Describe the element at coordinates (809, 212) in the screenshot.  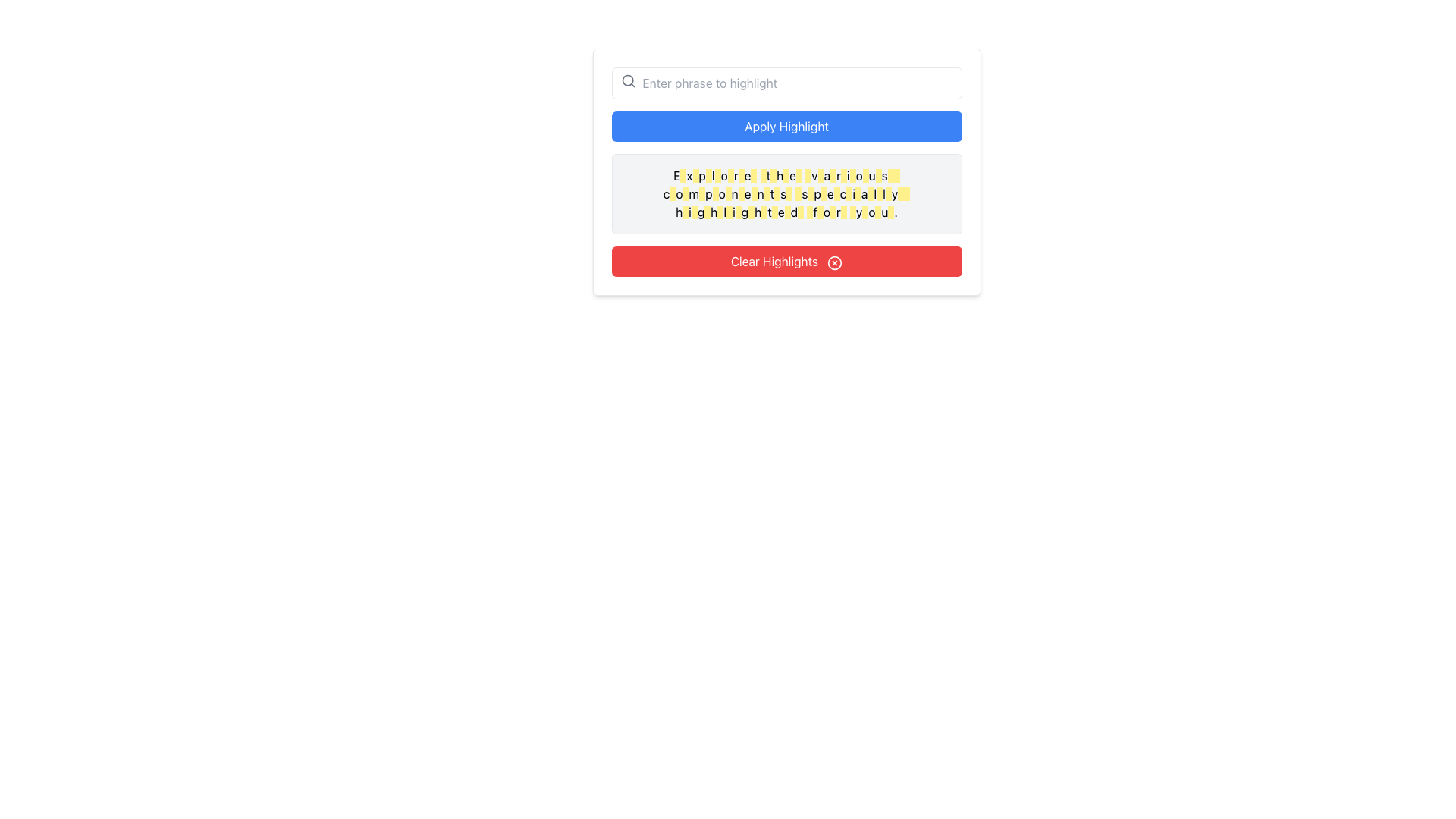
I see `the 13th Decorative Highlight in the message 'Explore the various components specially highlighted for you.'` at that location.